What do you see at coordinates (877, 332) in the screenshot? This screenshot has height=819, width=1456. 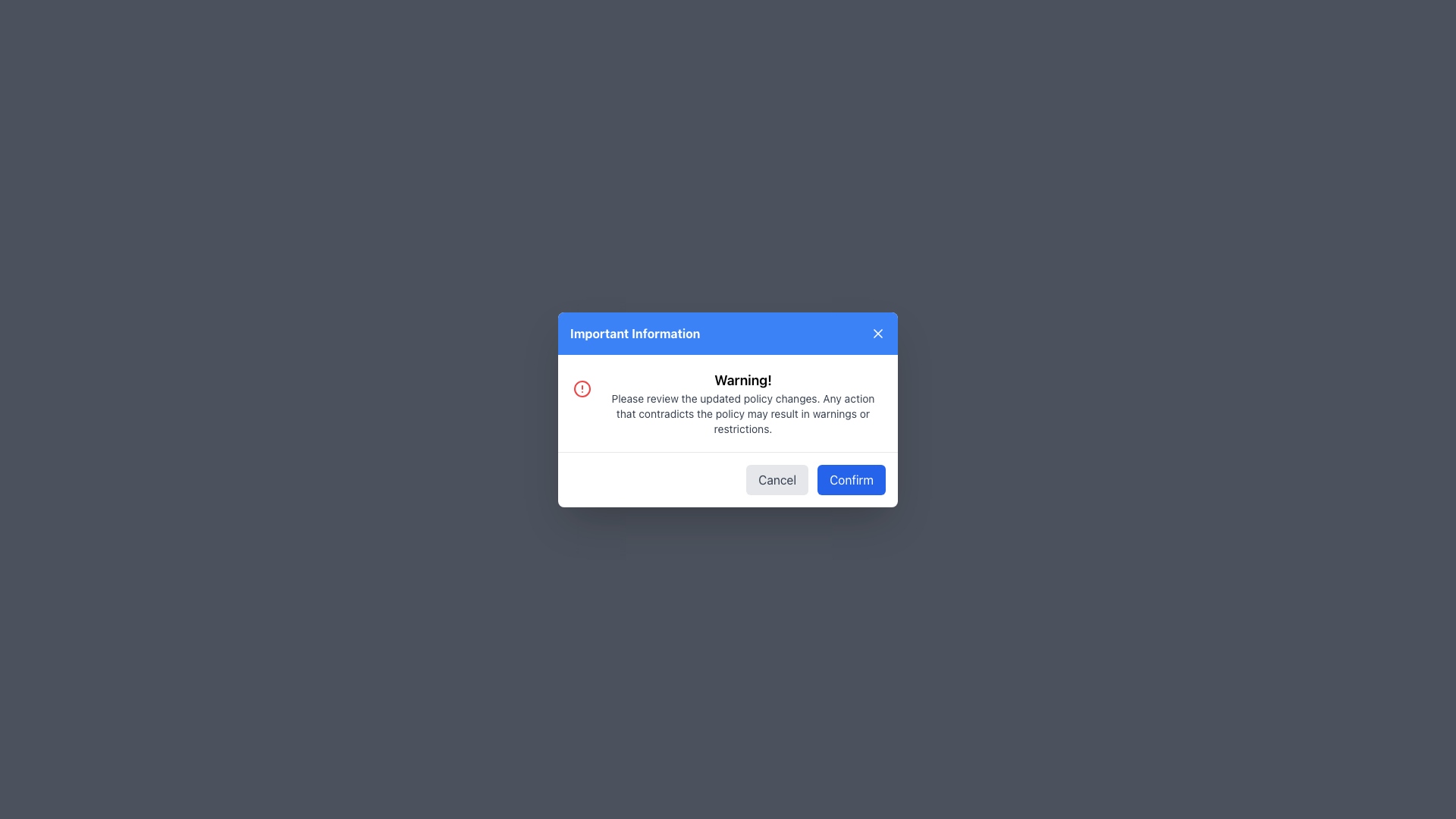 I see `the close button located at the top-right corner of the blue header bar labeled 'Important Information'` at bounding box center [877, 332].